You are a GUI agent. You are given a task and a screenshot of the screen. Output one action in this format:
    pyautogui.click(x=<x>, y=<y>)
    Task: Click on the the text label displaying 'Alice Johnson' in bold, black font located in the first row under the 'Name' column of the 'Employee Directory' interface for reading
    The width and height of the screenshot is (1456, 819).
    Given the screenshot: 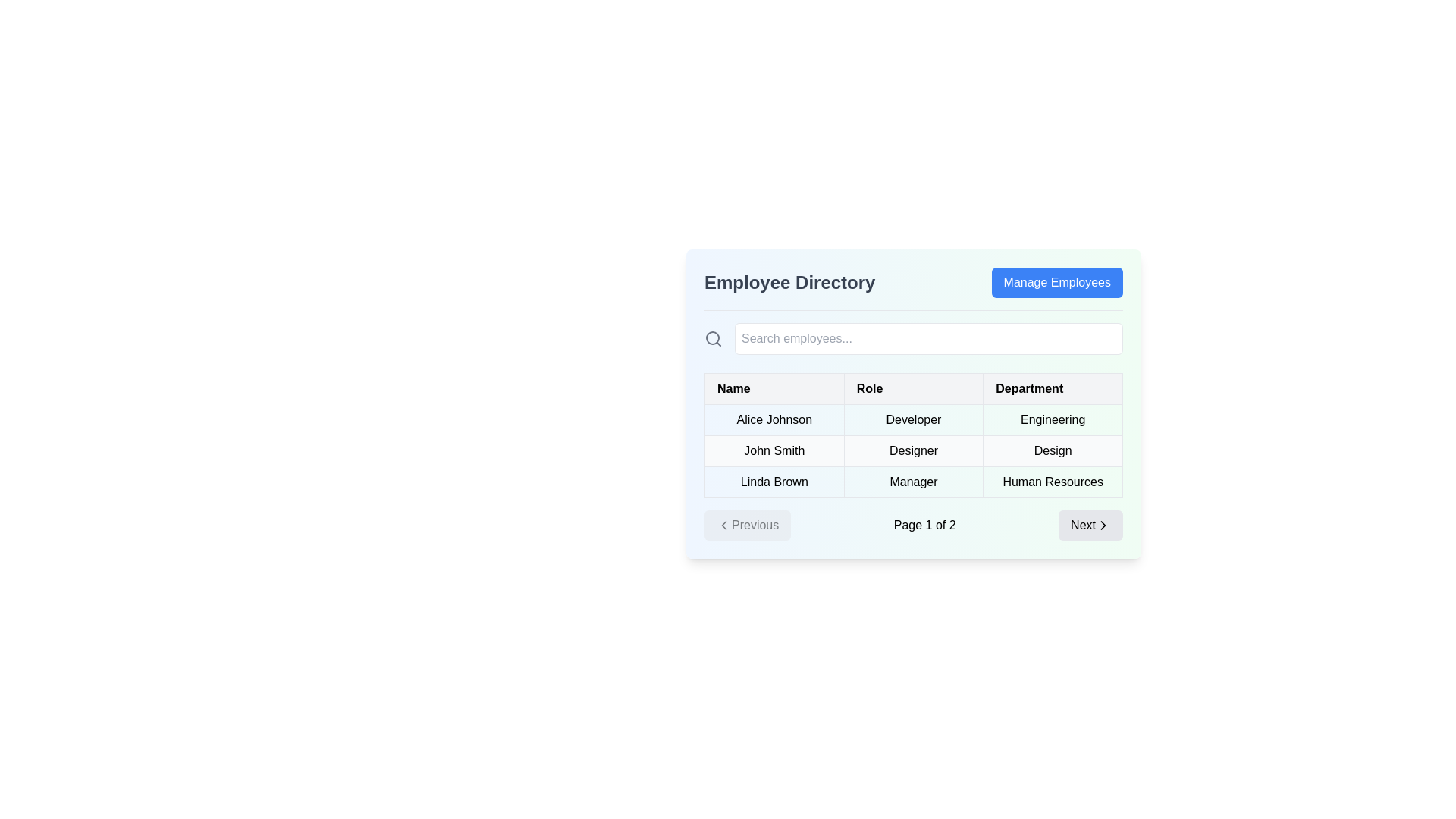 What is the action you would take?
    pyautogui.click(x=774, y=420)
    